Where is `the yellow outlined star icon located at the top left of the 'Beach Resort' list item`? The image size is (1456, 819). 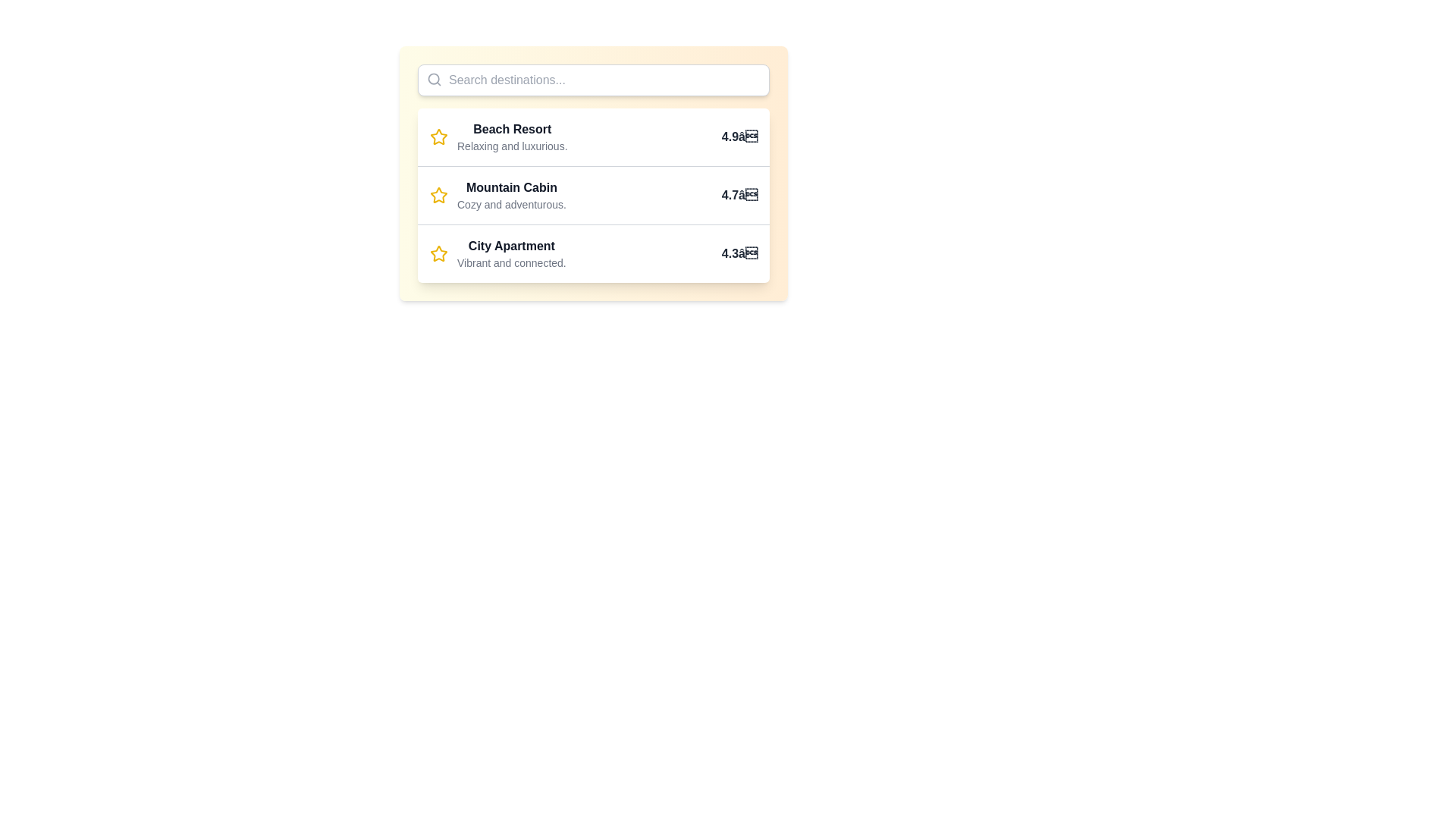
the yellow outlined star icon located at the top left of the 'Beach Resort' list item is located at coordinates (438, 137).